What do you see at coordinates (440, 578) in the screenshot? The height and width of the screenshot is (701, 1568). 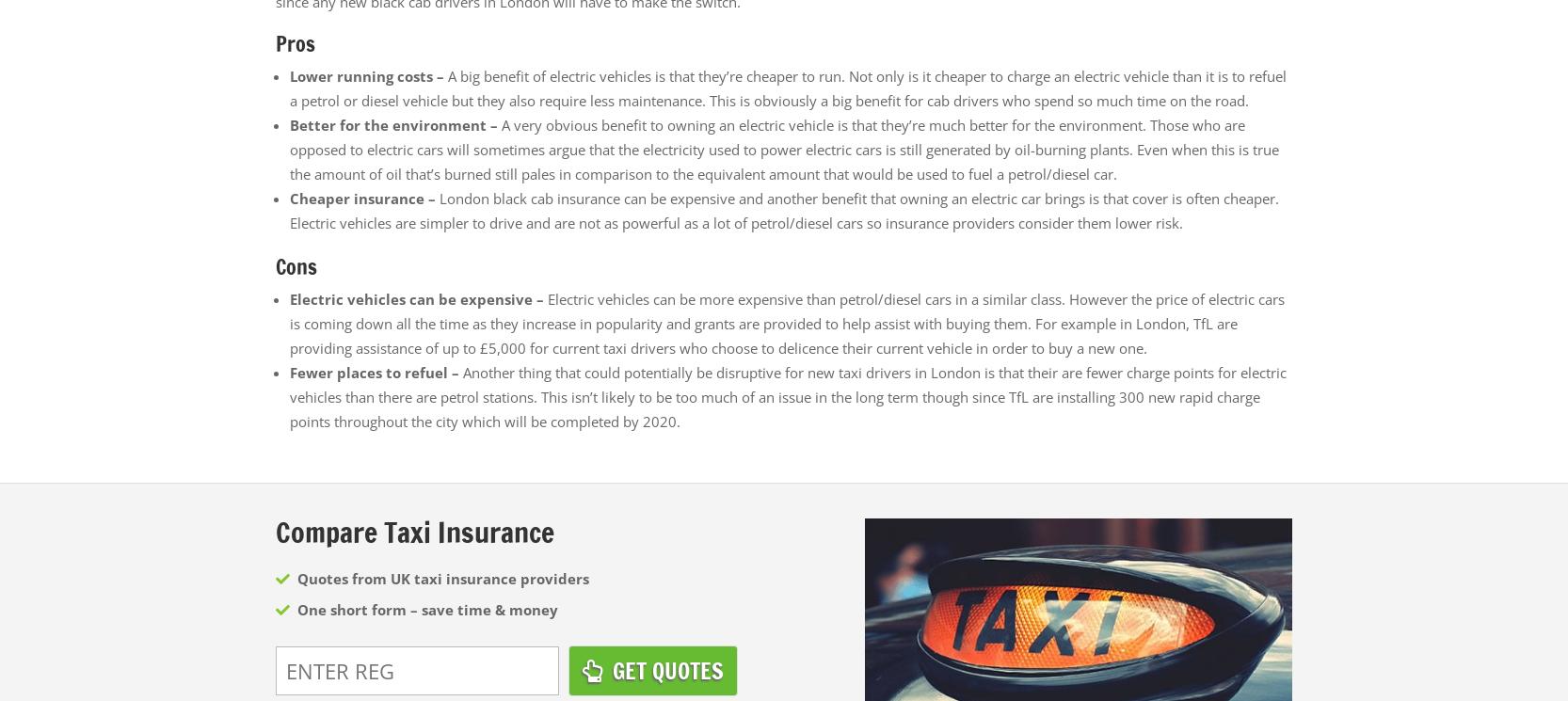 I see `'Quotes from UK taxi insurance providers'` at bounding box center [440, 578].